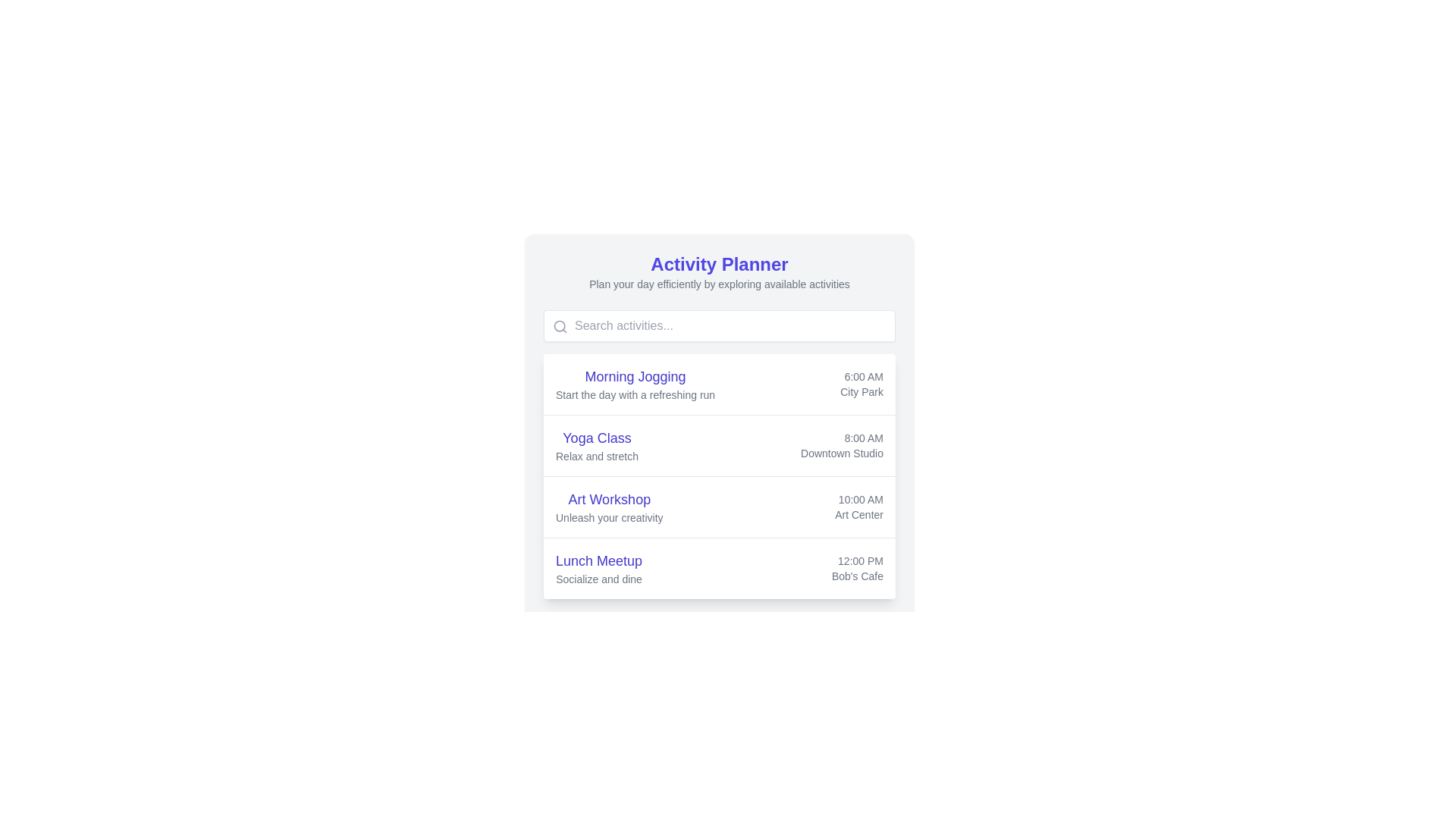  Describe the element at coordinates (609, 500) in the screenshot. I see `the 'Art Workshop' text label` at that location.